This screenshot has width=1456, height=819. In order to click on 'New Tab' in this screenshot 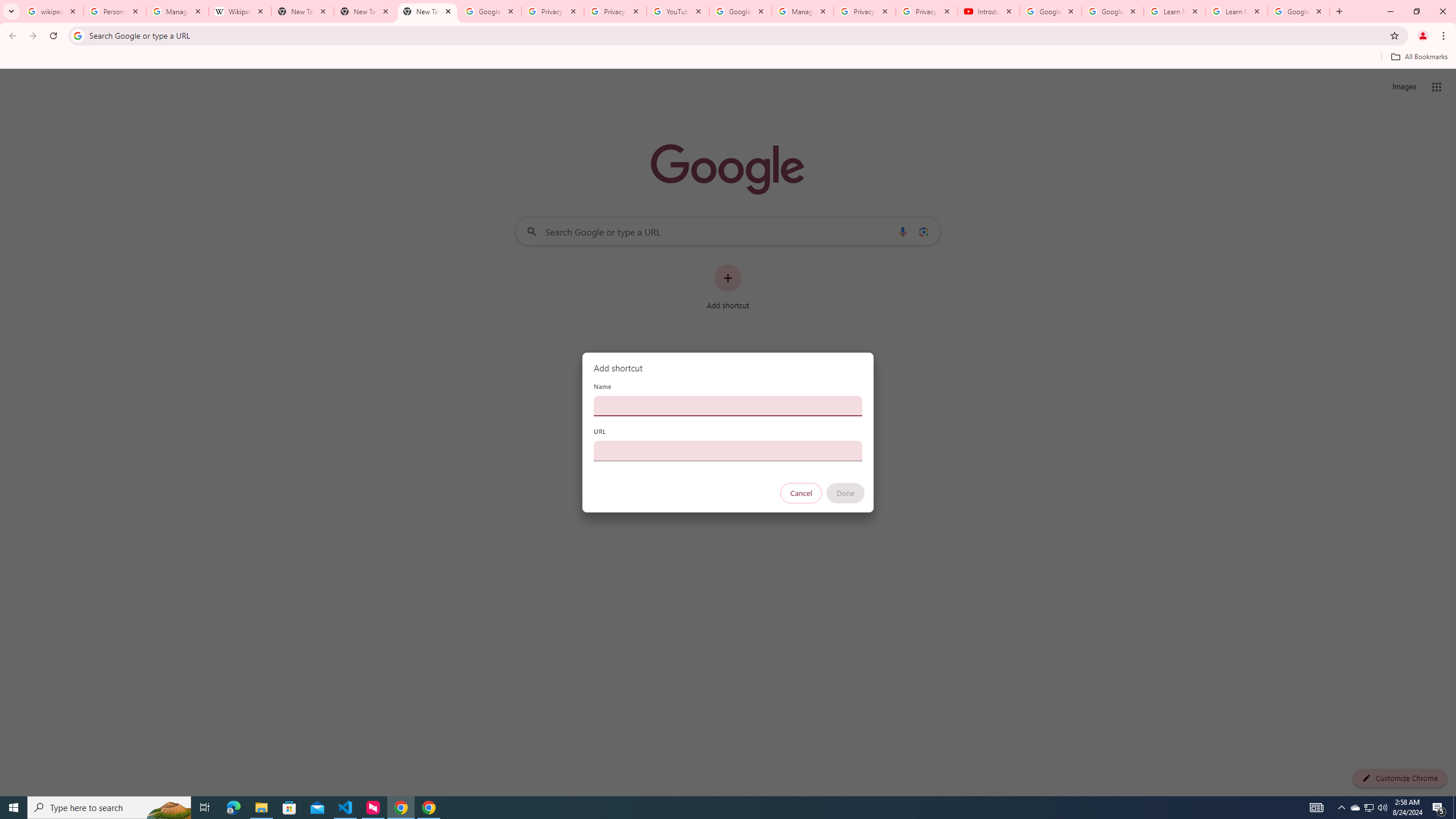, I will do `click(365, 11)`.